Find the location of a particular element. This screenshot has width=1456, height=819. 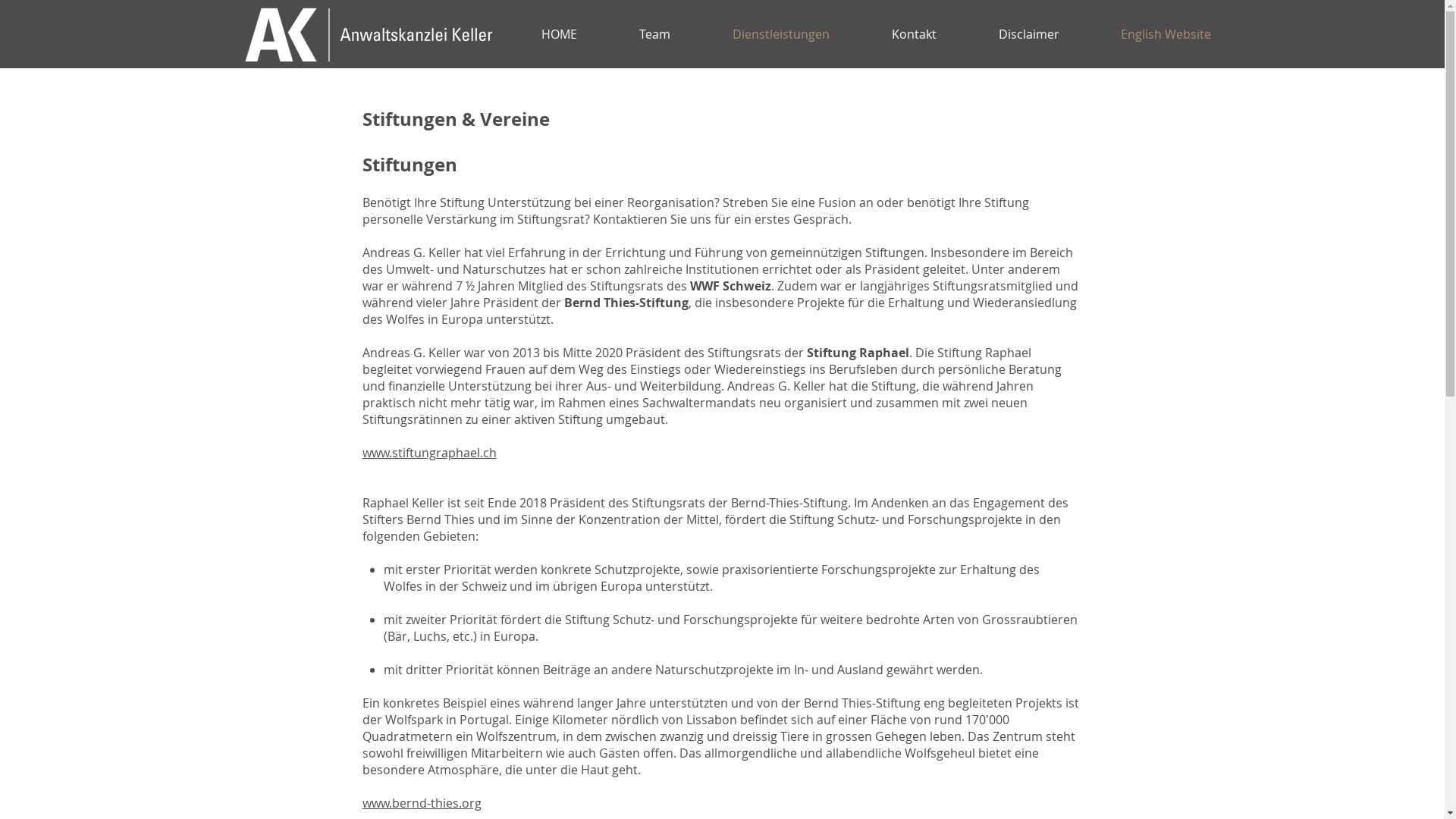

'Team' is located at coordinates (654, 34).